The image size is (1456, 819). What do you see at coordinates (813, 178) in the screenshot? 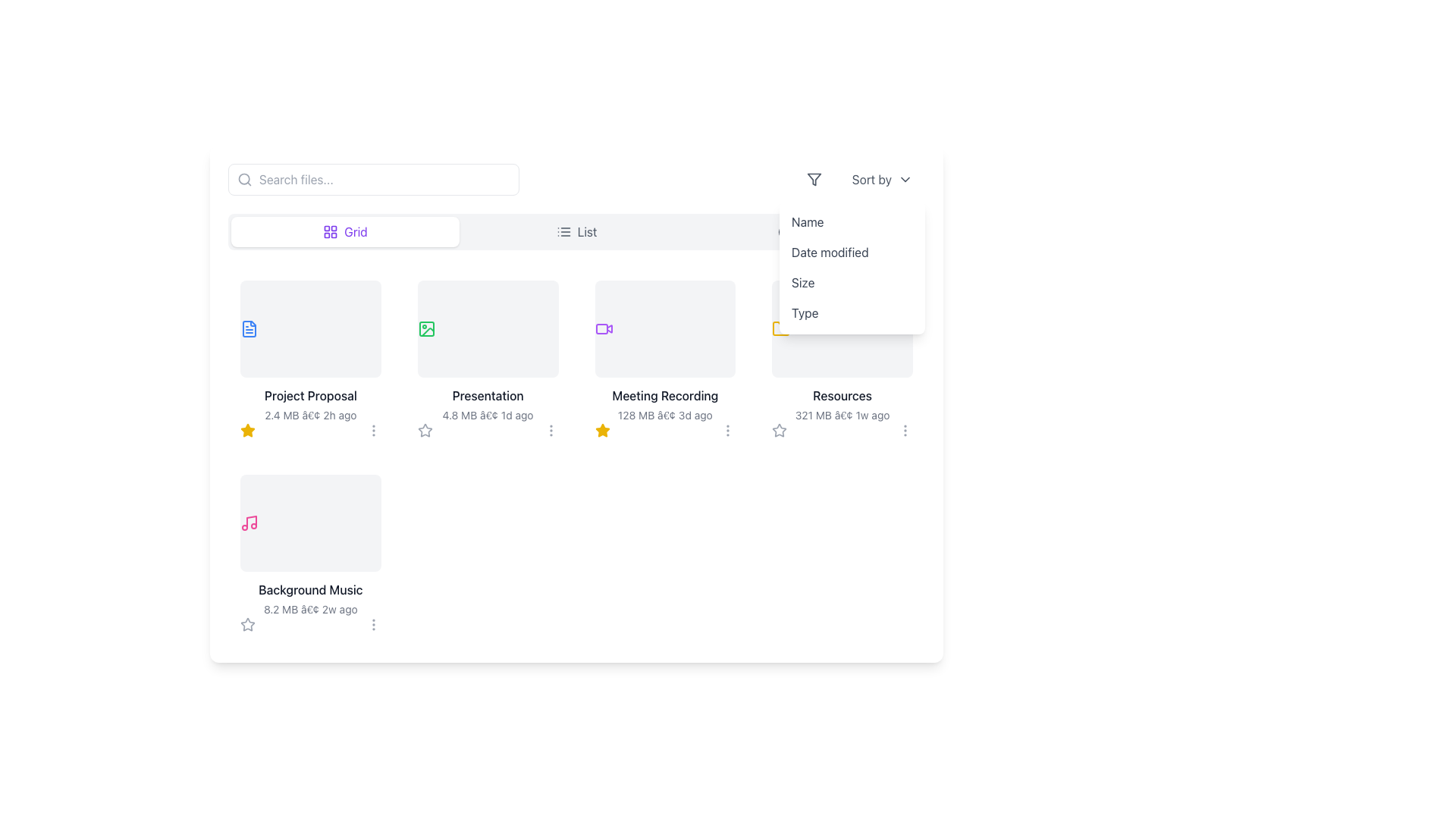
I see `the Graphical Icon that signifies filtering options in the top-right portion of the interface` at bounding box center [813, 178].